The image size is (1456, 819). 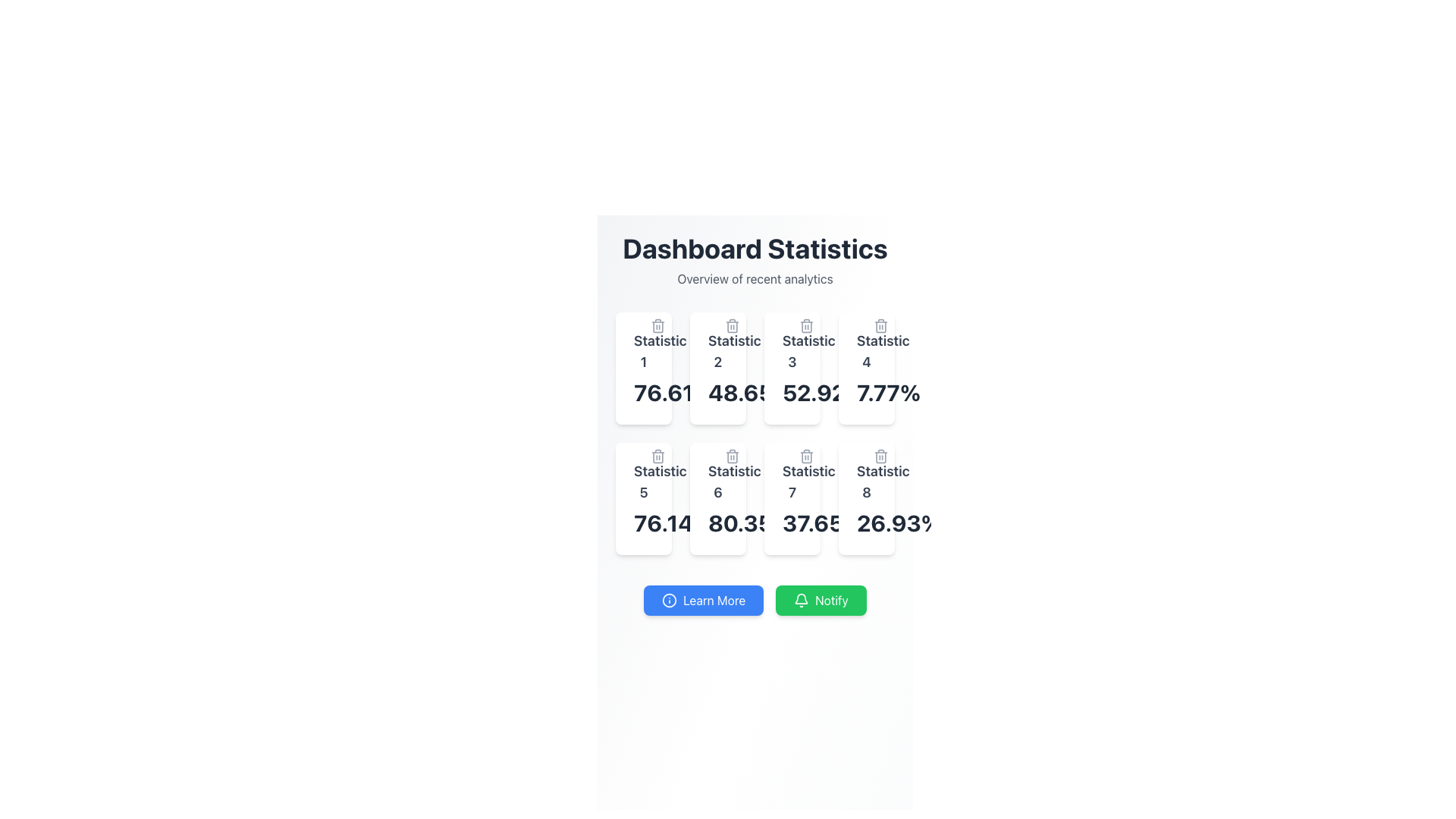 I want to click on the trash can icon button located at the top right corner of the card displaying 'Statistic 8' and '26.93%', so click(x=880, y=455).